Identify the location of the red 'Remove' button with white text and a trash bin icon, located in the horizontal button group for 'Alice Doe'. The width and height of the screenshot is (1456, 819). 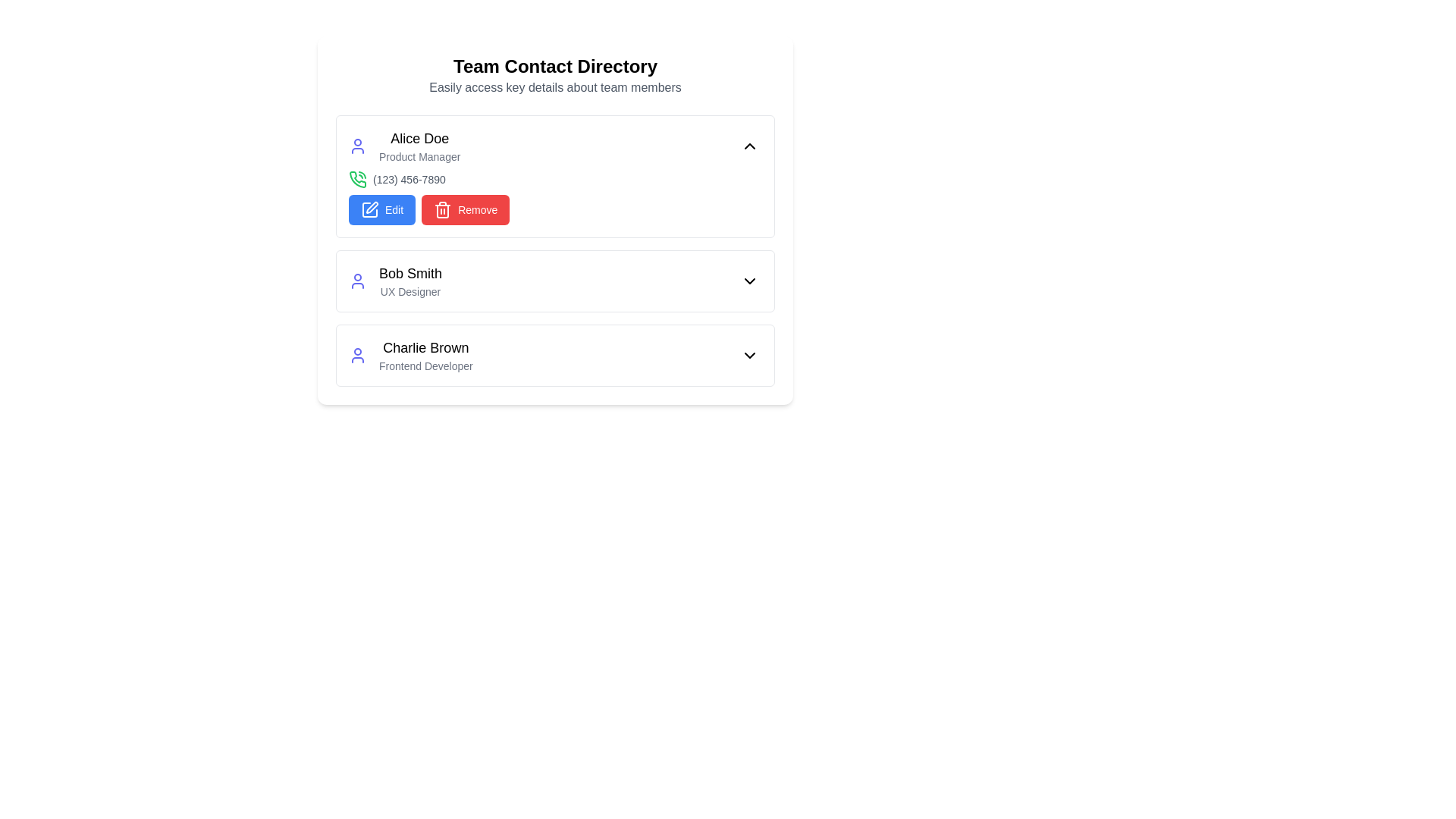
(465, 210).